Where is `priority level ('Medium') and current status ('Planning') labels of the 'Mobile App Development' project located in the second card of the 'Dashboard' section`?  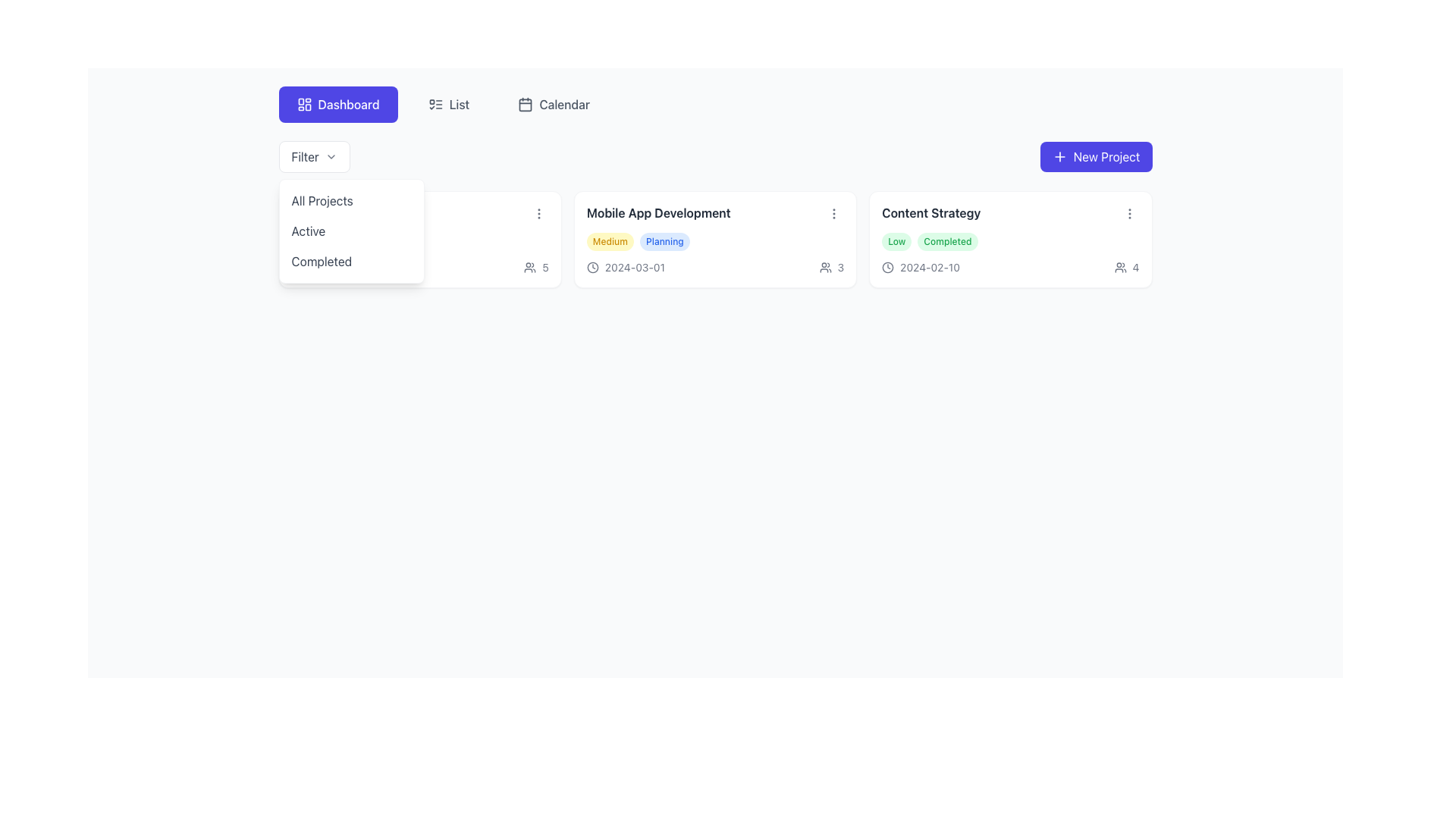
priority level ('Medium') and current status ('Planning') labels of the 'Mobile App Development' project located in the second card of the 'Dashboard' section is located at coordinates (714, 241).